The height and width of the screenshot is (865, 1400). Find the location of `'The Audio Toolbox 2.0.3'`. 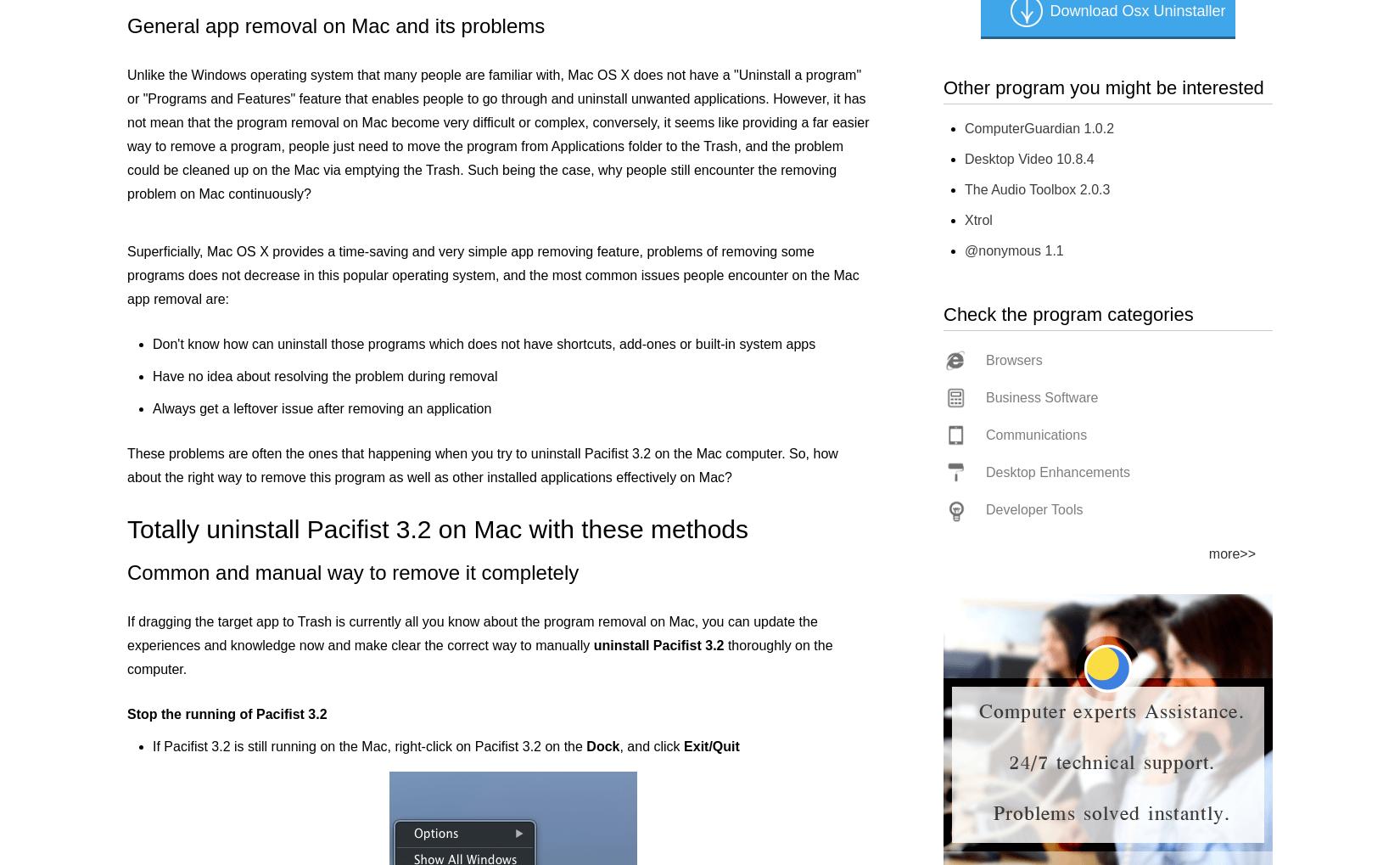

'The Audio Toolbox 2.0.3' is located at coordinates (1037, 188).